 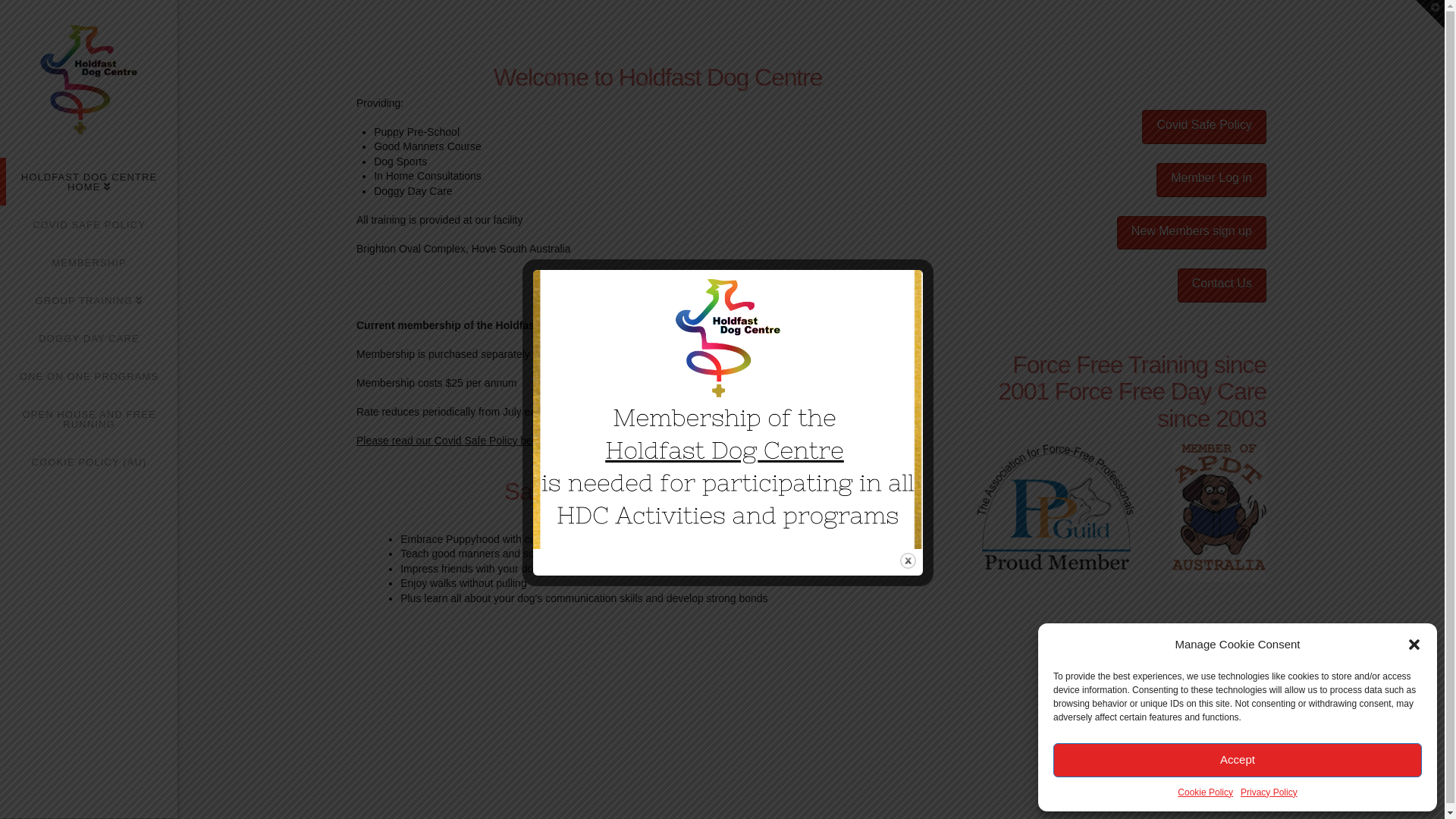 What do you see at coordinates (87, 300) in the screenshot?
I see `'GROUP TRAINING'` at bounding box center [87, 300].